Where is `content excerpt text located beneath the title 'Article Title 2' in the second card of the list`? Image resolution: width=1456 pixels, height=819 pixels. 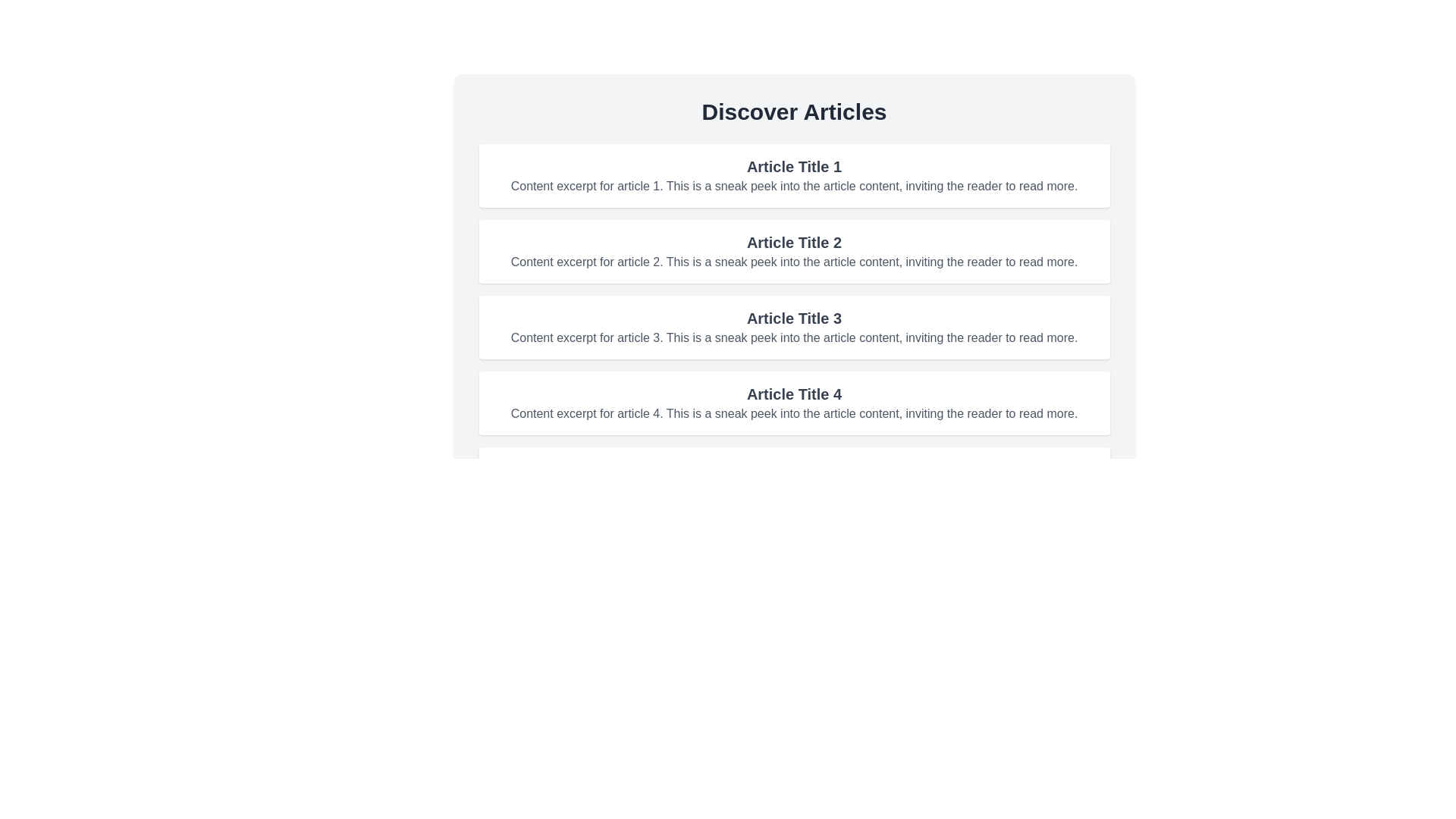
content excerpt text located beneath the title 'Article Title 2' in the second card of the list is located at coordinates (793, 262).